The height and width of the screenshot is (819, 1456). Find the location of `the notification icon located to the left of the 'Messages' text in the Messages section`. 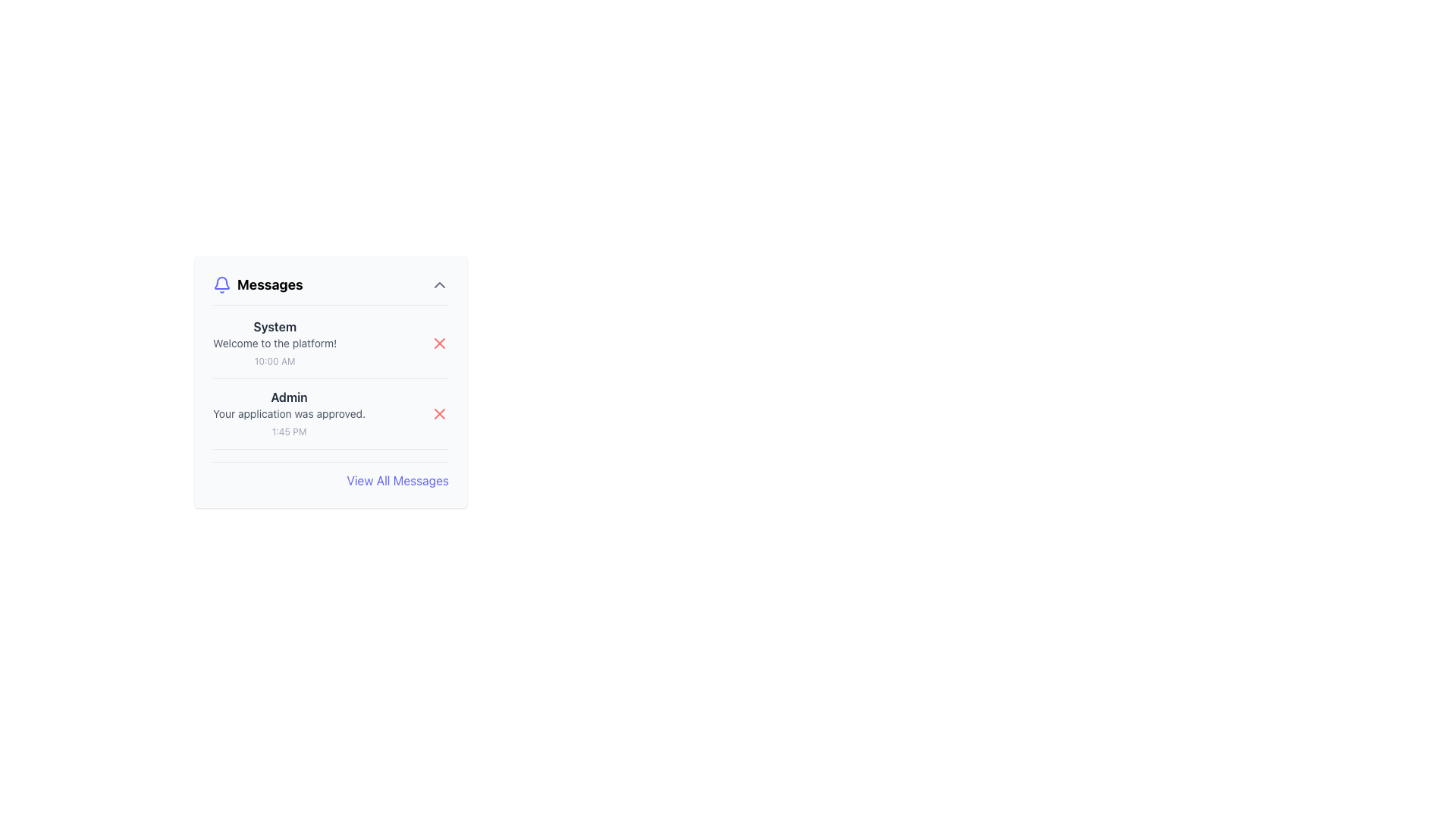

the notification icon located to the left of the 'Messages' text in the Messages section is located at coordinates (221, 284).